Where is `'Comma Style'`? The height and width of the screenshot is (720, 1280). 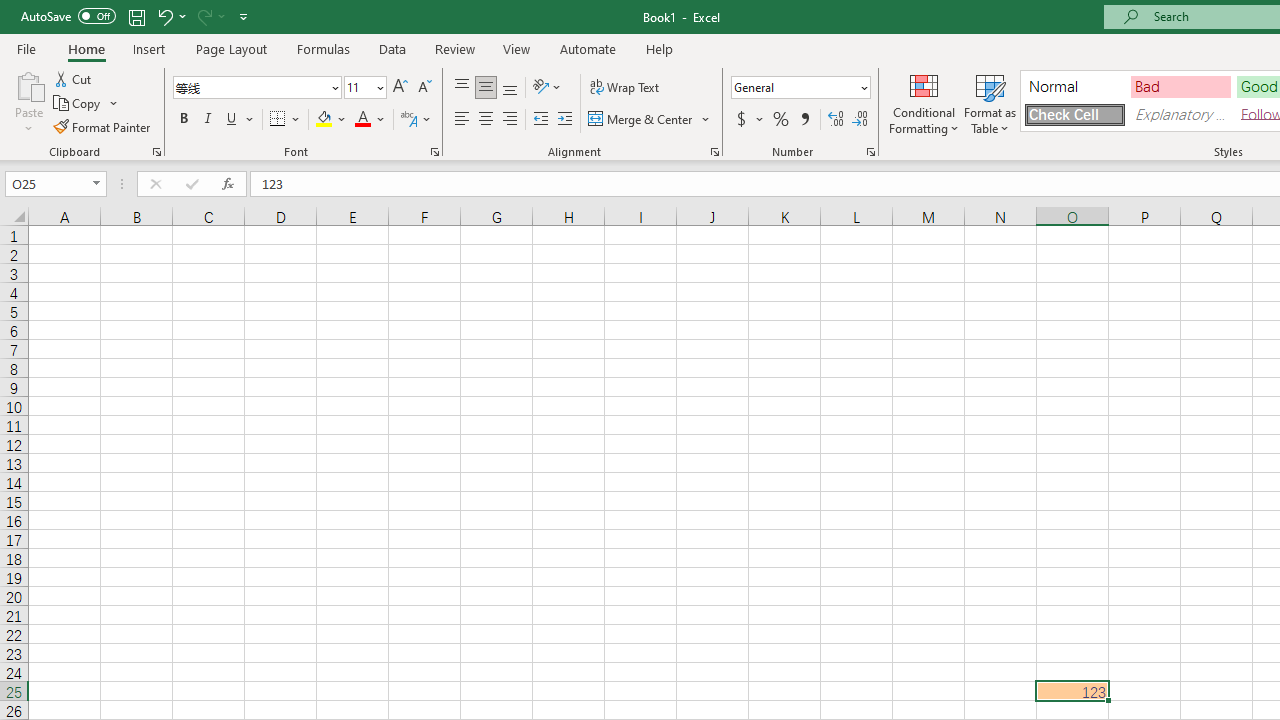 'Comma Style' is located at coordinates (805, 119).